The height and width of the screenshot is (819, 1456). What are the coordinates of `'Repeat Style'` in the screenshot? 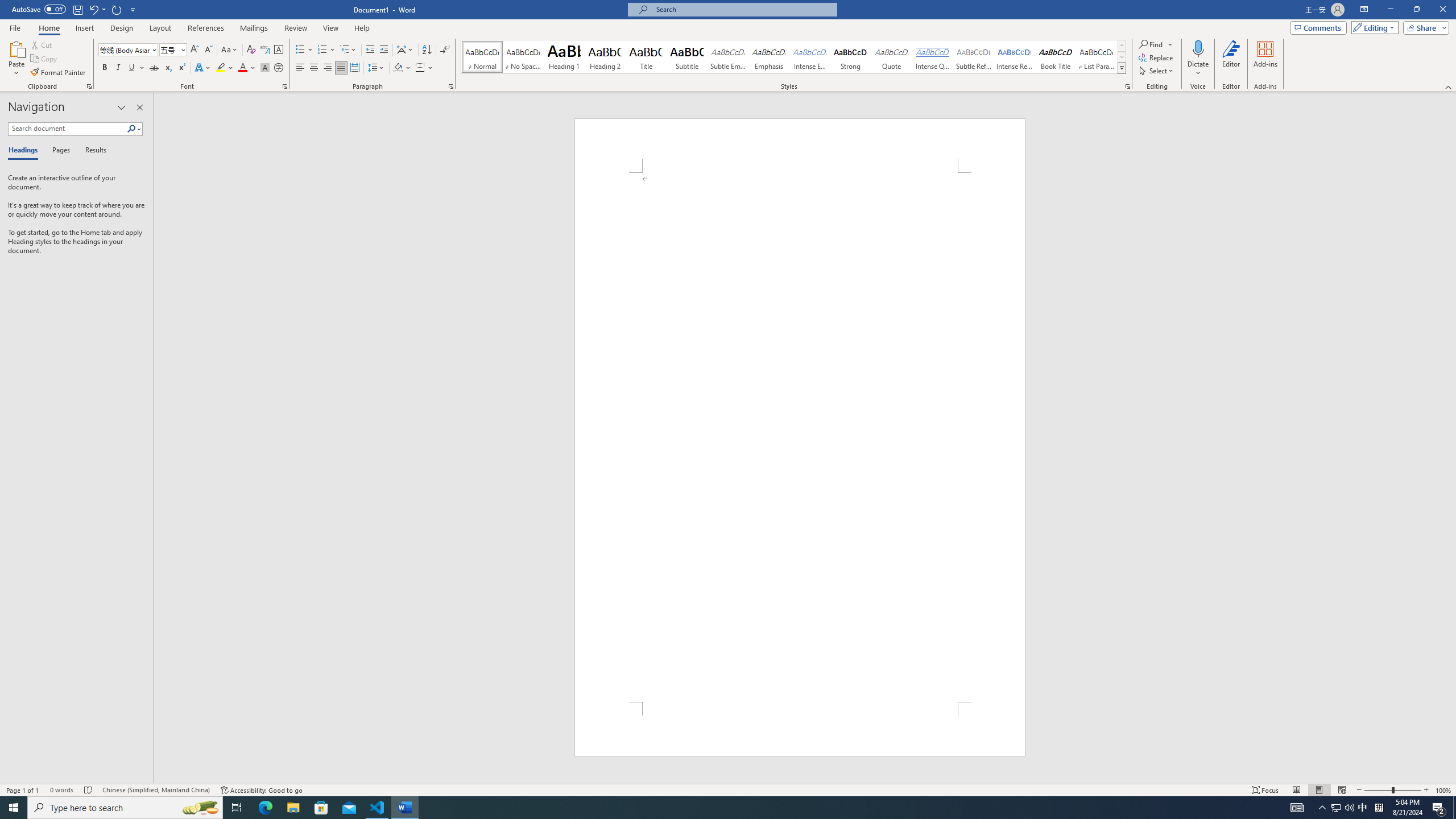 It's located at (117, 9).